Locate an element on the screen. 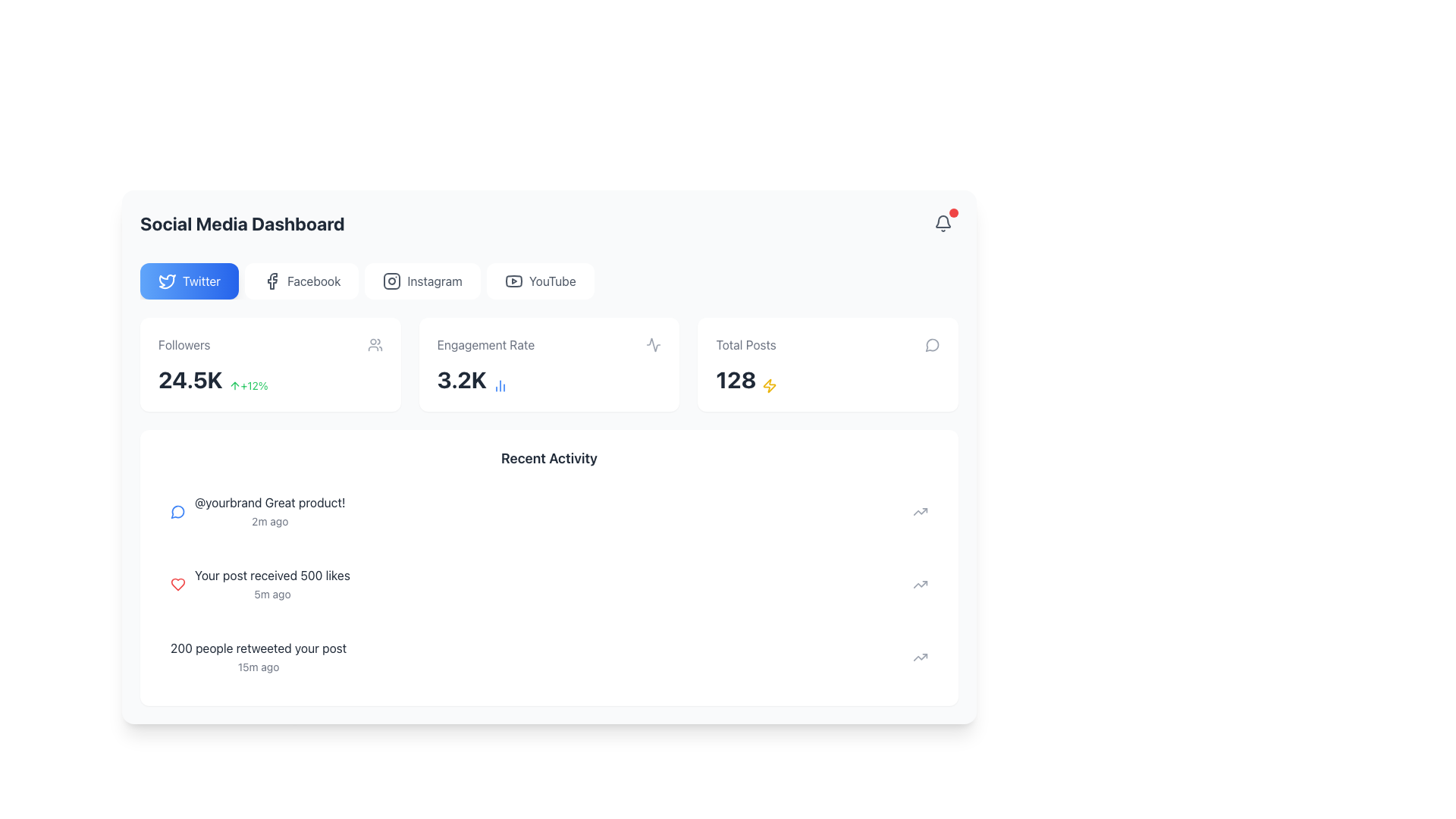  static label indicating the timestamp '5m ago' that shows the time since the associated action took place is located at coordinates (272, 593).